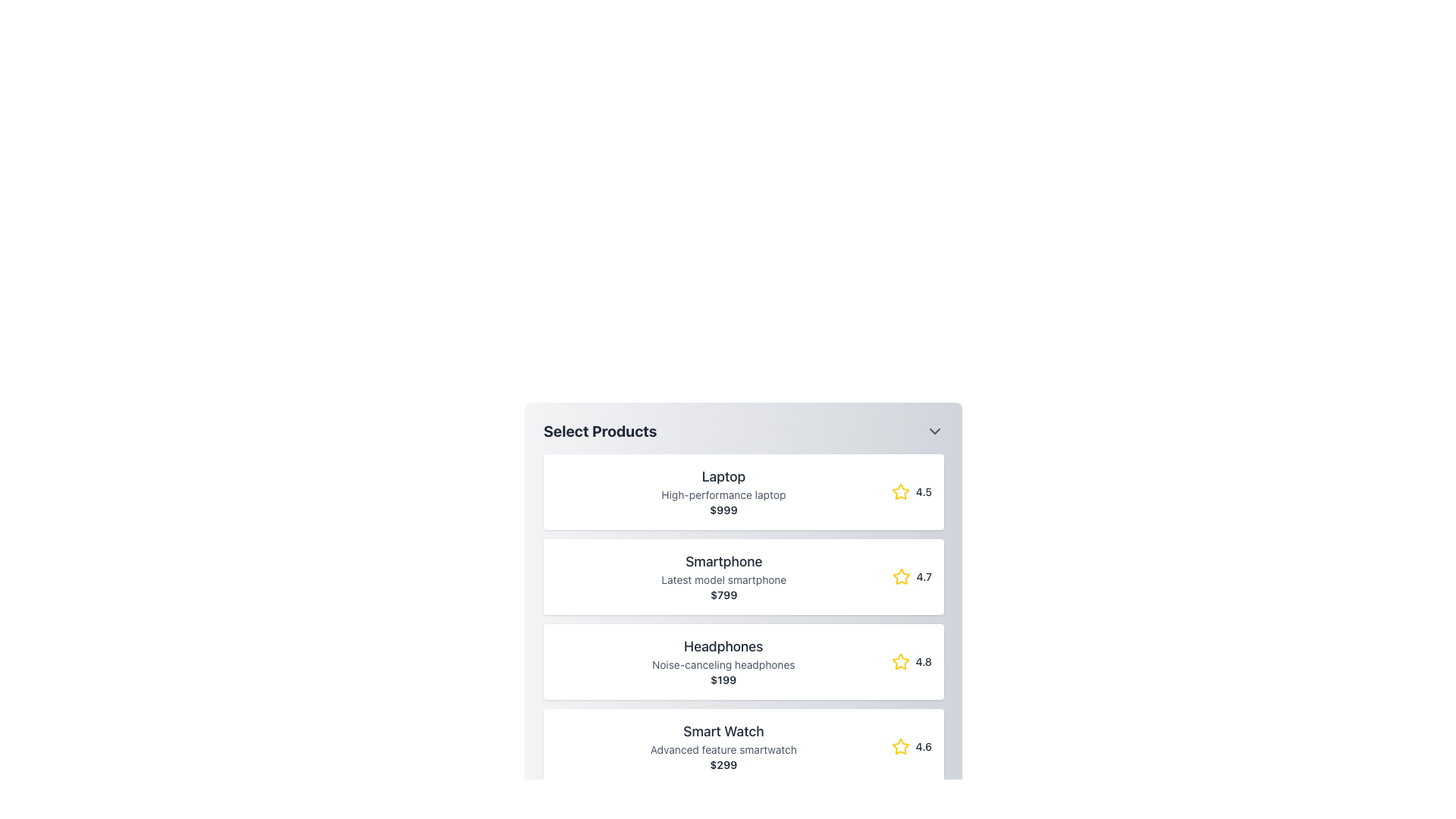 This screenshot has width=1456, height=819. What do you see at coordinates (723, 664) in the screenshot?
I see `the static text label reading 'Noise-canceling headphones', which is positioned beneath the title 'Headphones' and above the price '$199' in the product listing` at bounding box center [723, 664].